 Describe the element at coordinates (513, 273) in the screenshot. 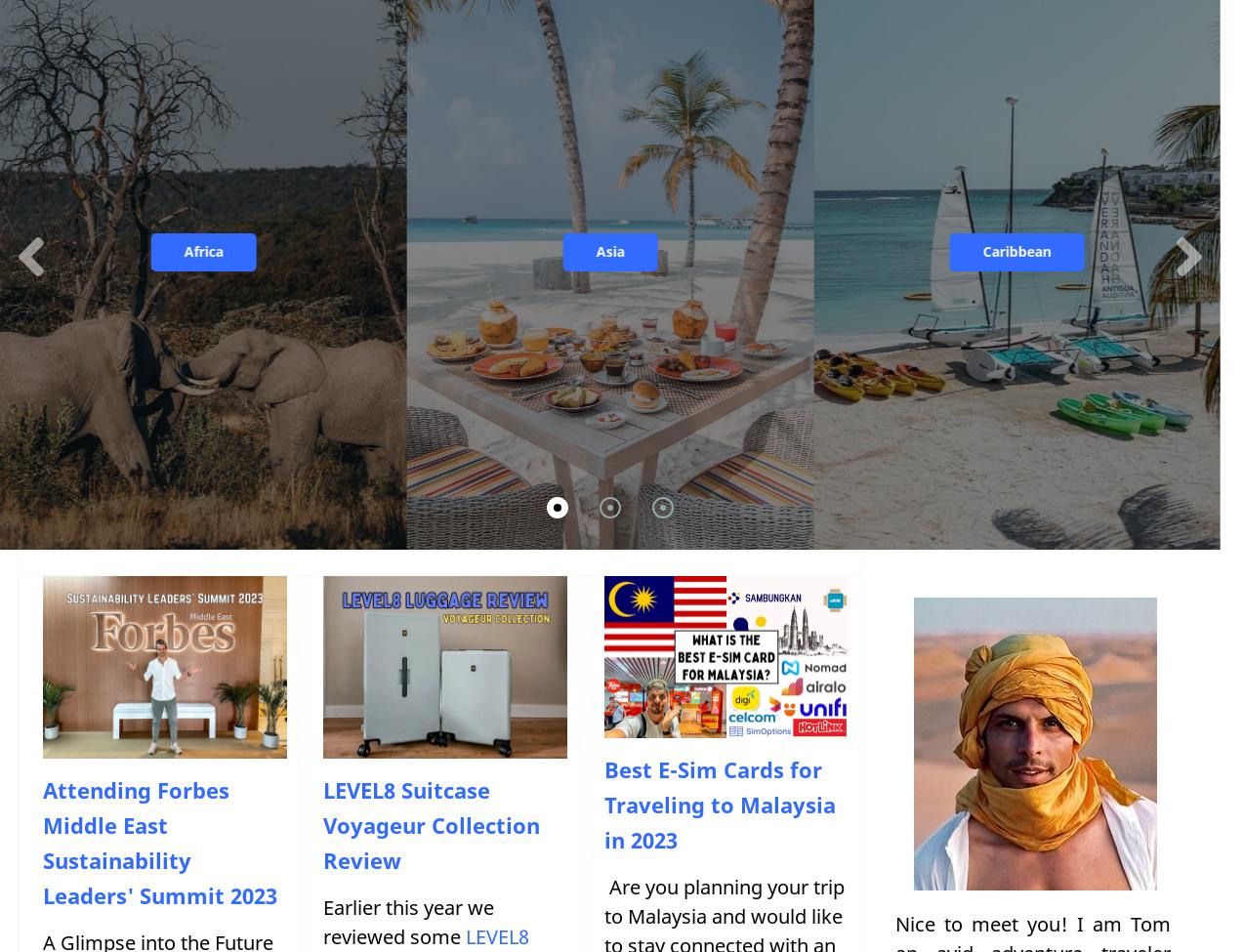

I see `'Serbia'` at that location.